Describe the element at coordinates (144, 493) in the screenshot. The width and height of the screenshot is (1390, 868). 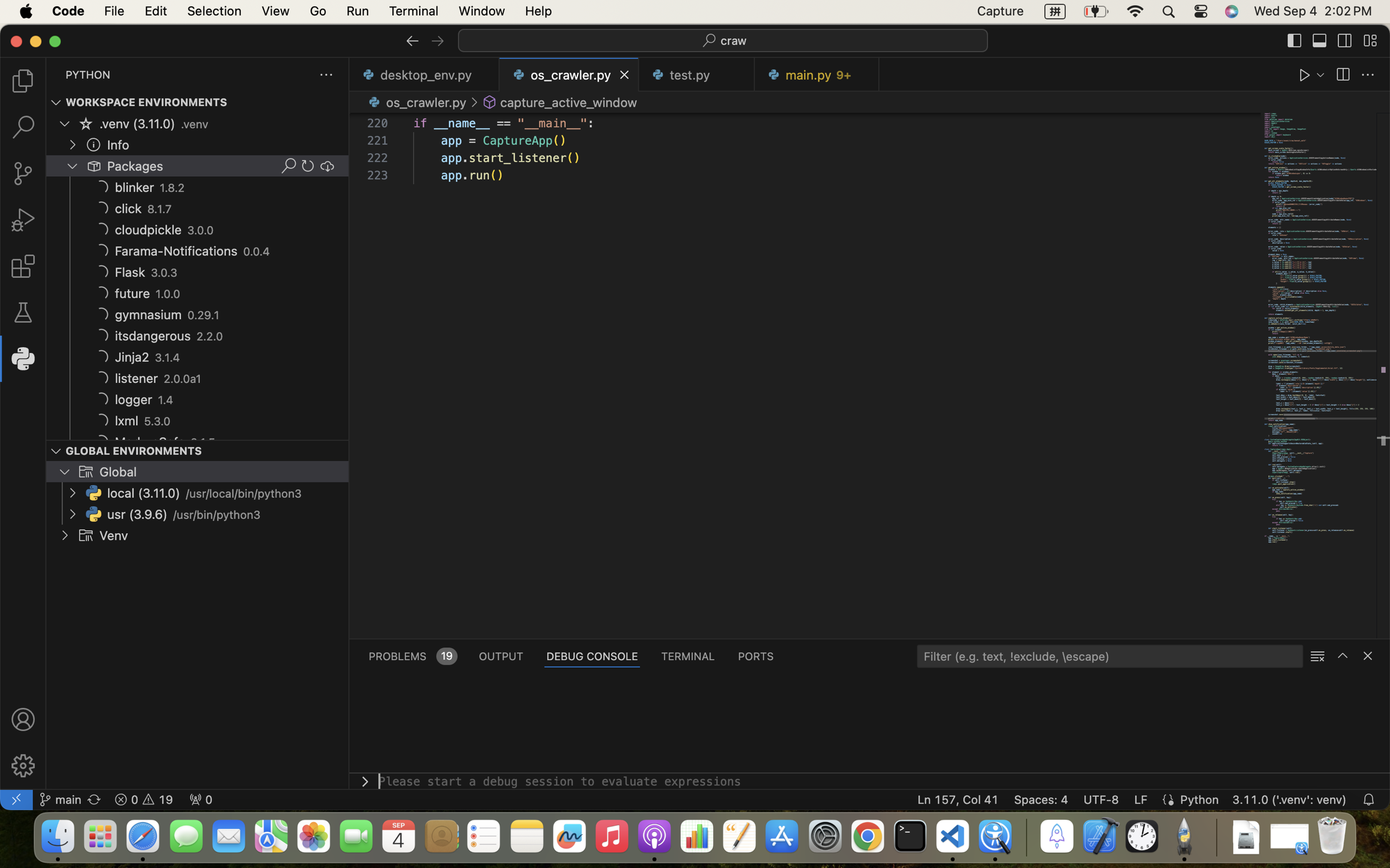
I see `'local (3.11.0)'` at that location.